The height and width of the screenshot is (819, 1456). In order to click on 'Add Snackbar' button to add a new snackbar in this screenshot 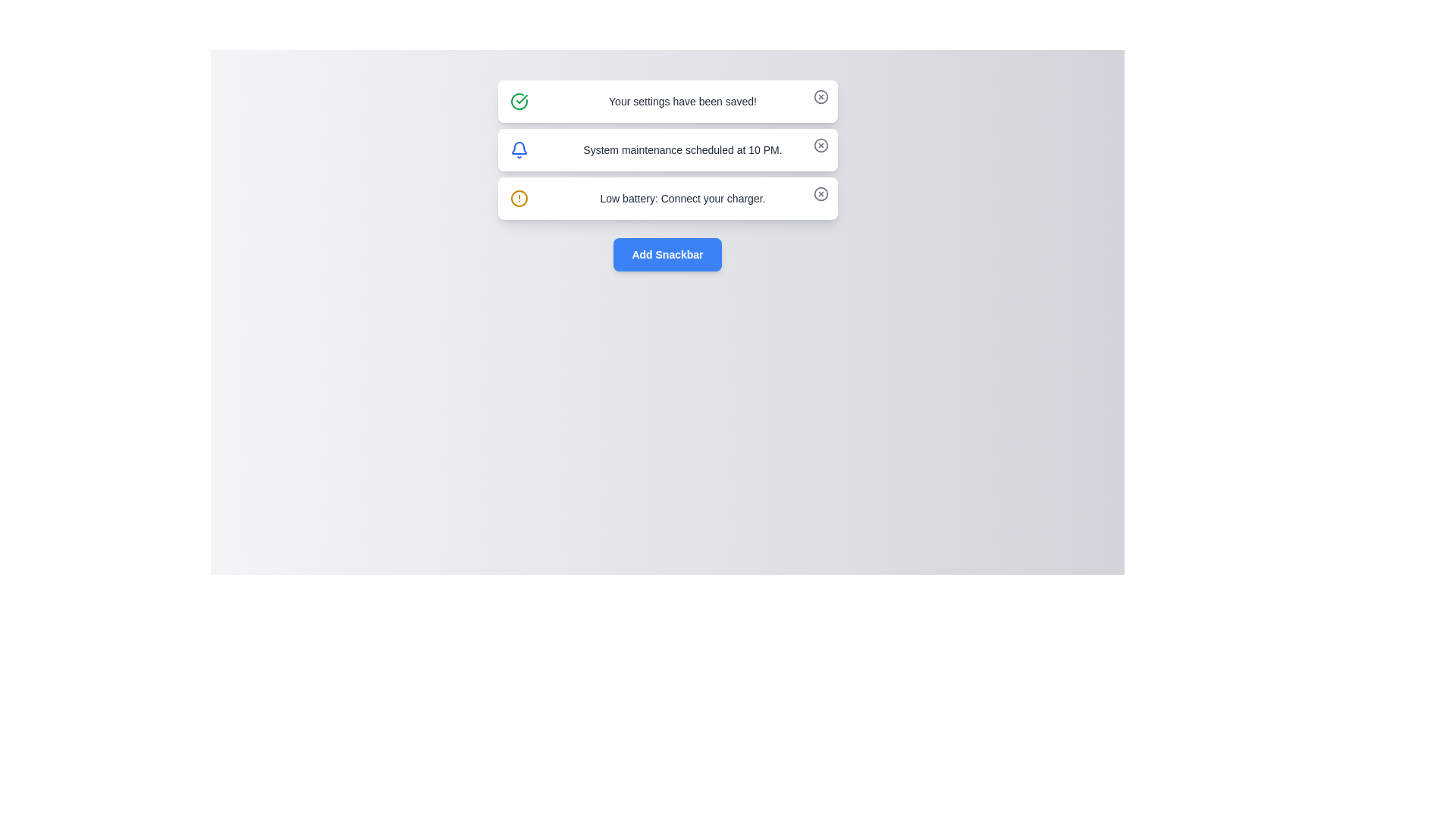, I will do `click(667, 253)`.